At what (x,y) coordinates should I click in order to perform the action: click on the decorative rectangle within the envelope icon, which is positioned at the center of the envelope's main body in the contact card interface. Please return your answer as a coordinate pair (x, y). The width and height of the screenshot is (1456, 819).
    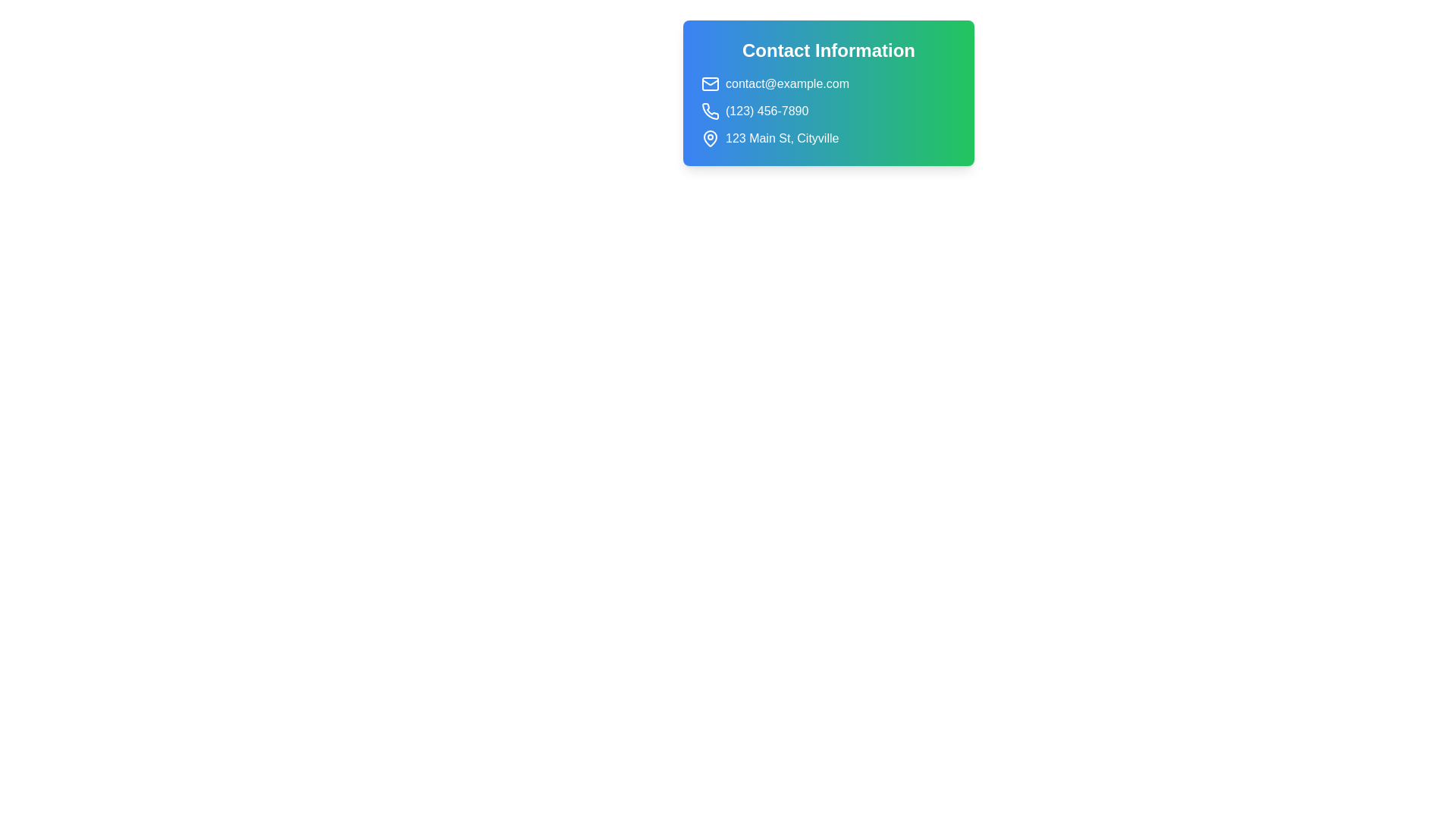
    Looking at the image, I should click on (709, 84).